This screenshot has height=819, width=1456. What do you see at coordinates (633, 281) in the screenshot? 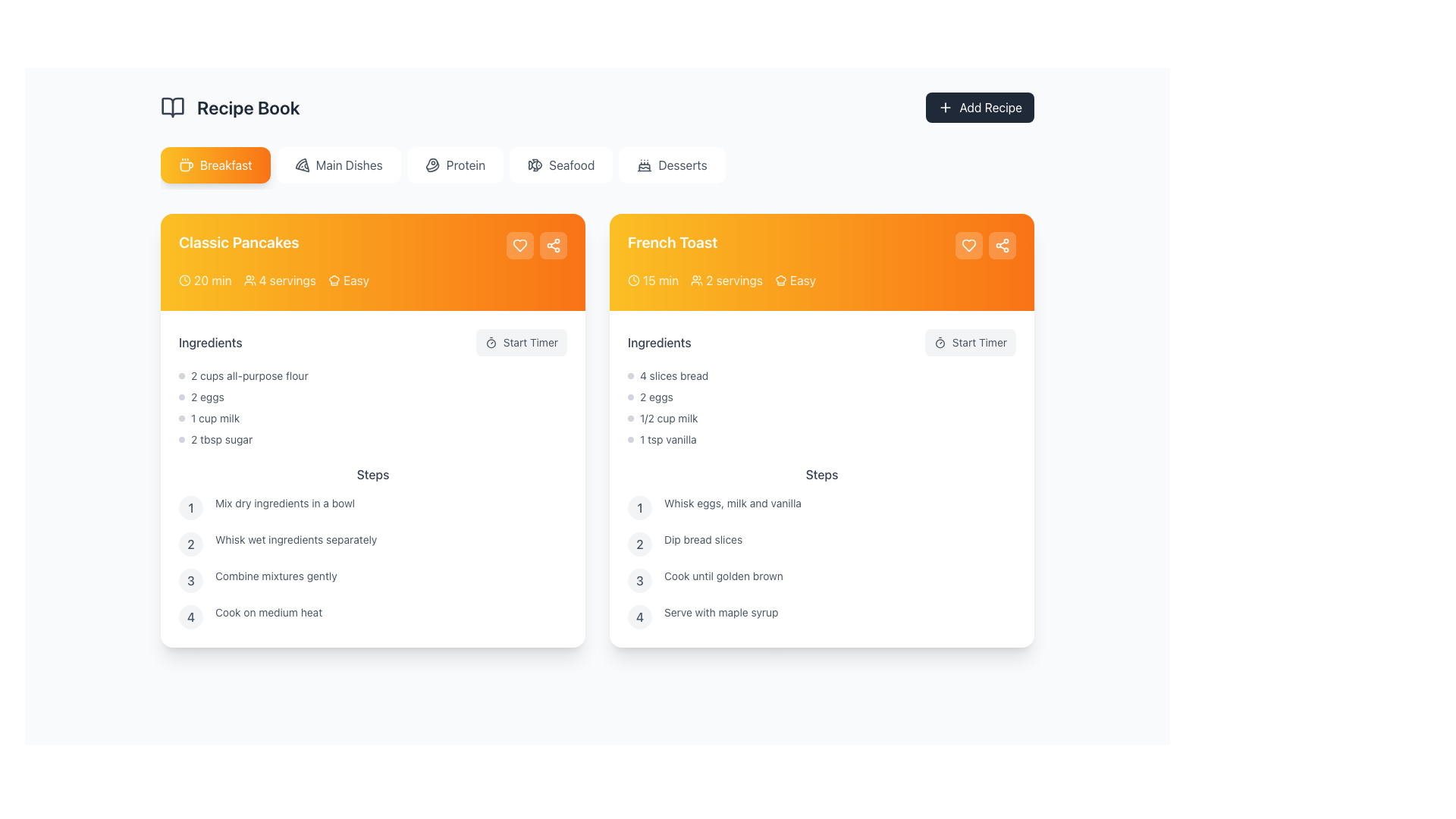
I see `the decorative clock icon on the left side of the 'Start Timer' button within the 'French Toast' card` at bounding box center [633, 281].